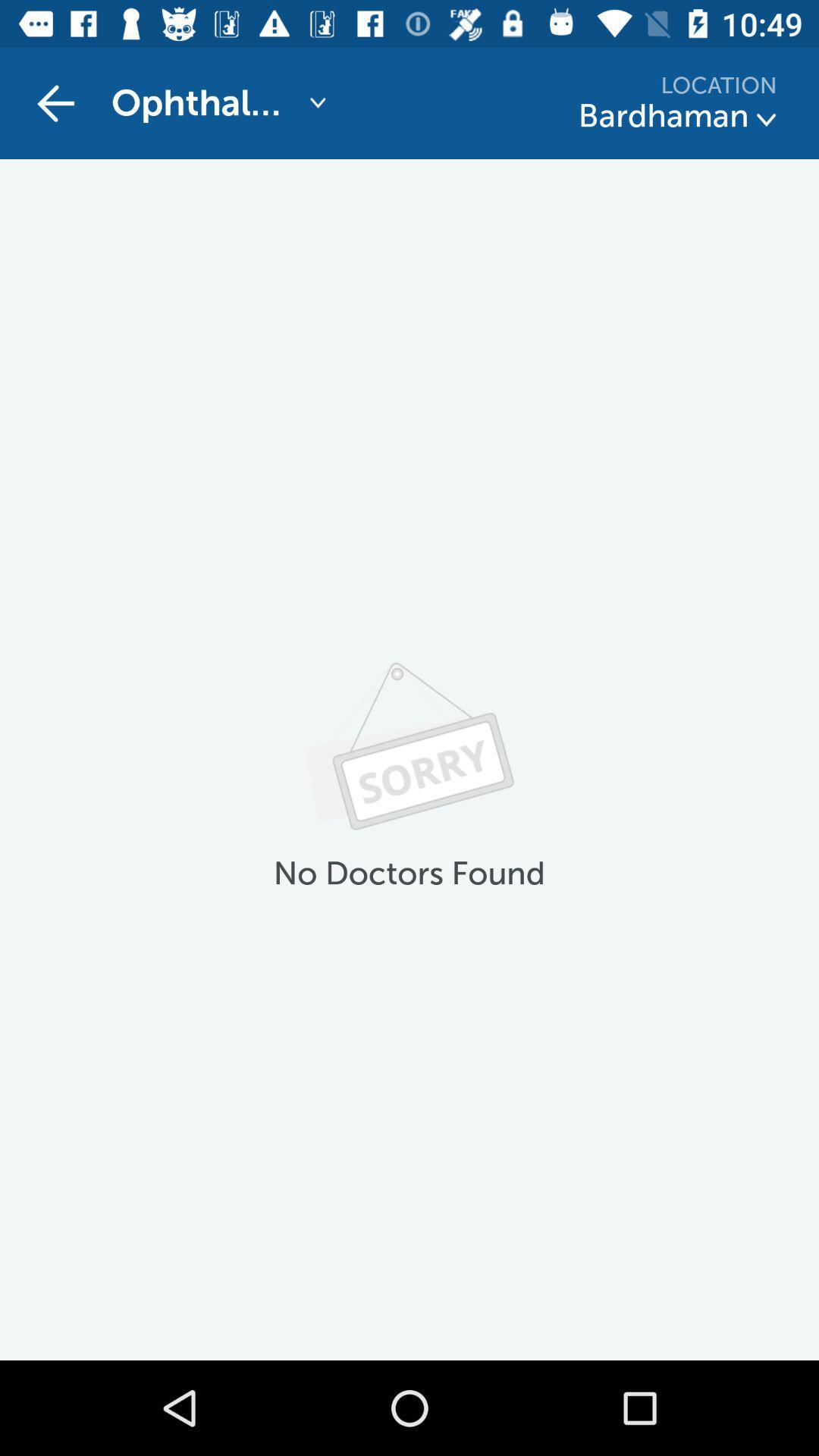 The width and height of the screenshot is (819, 1456). Describe the element at coordinates (55, 102) in the screenshot. I see `the icon to the left of ophthalmologist icon` at that location.